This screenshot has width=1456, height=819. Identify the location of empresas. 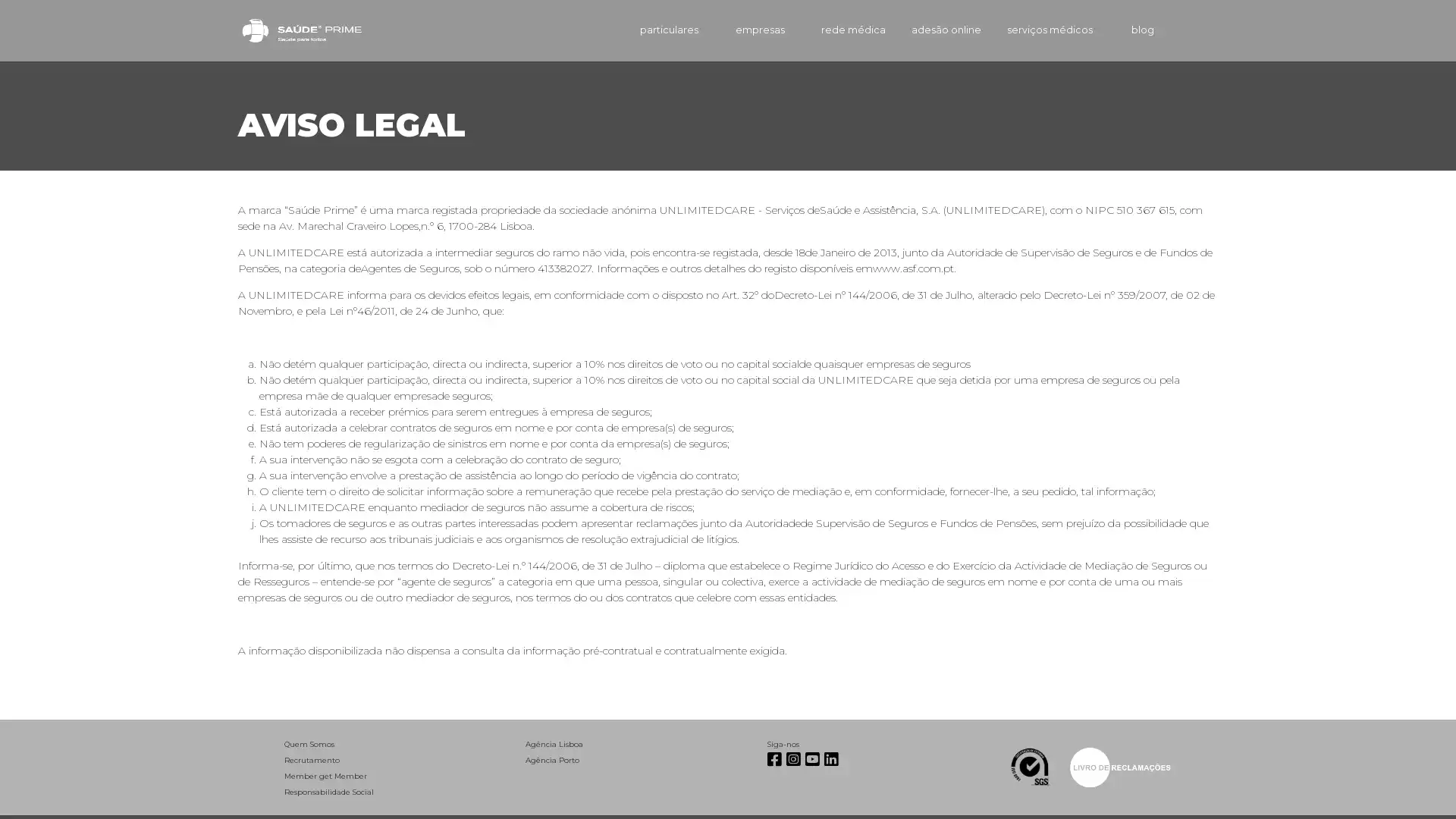
(739, 30).